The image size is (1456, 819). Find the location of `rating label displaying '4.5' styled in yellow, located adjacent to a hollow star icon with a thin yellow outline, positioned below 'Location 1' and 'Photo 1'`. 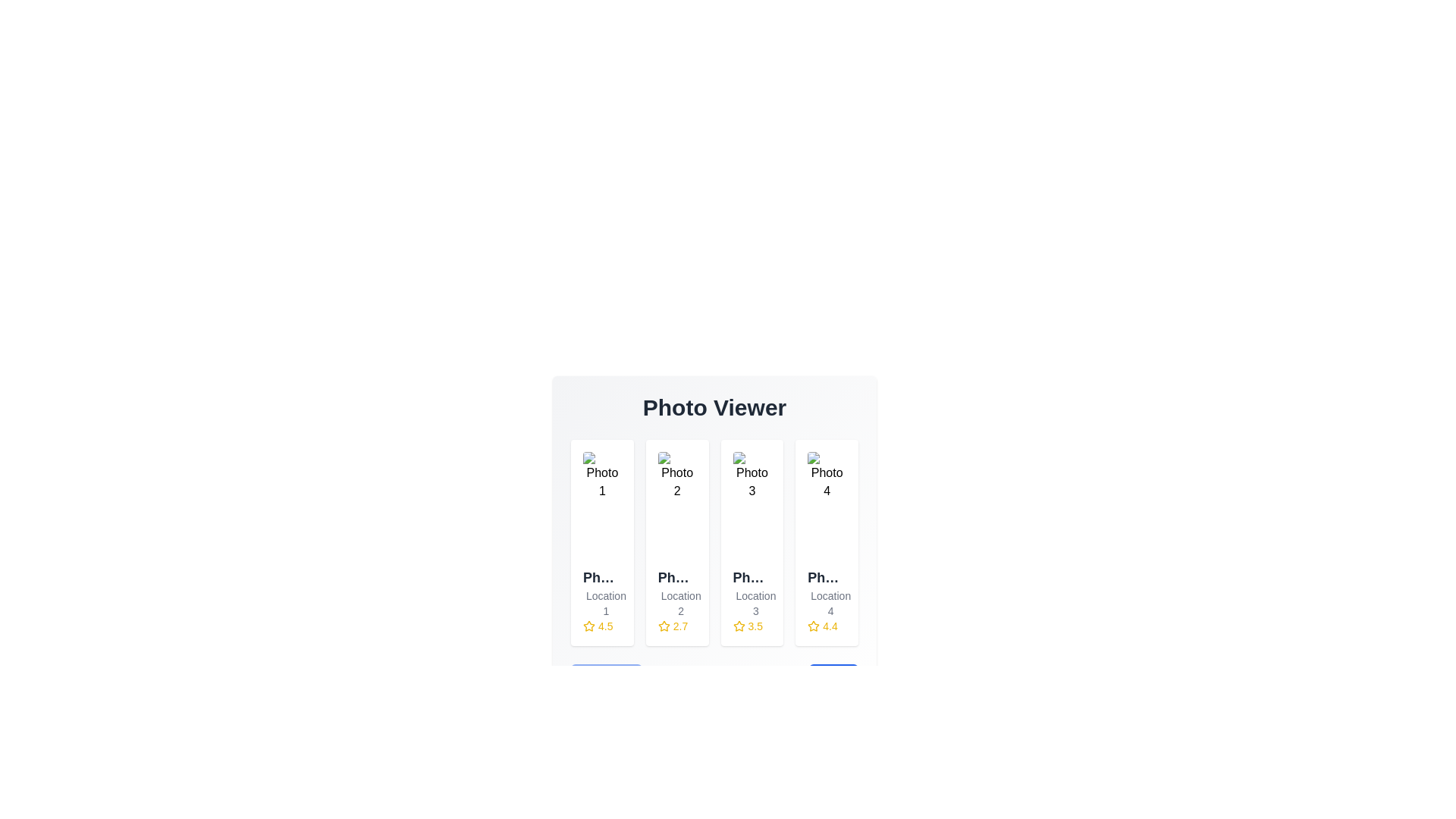

rating label displaying '4.5' styled in yellow, located adjacent to a hollow star icon with a thin yellow outline, positioned below 'Location 1' and 'Photo 1' is located at coordinates (601, 626).